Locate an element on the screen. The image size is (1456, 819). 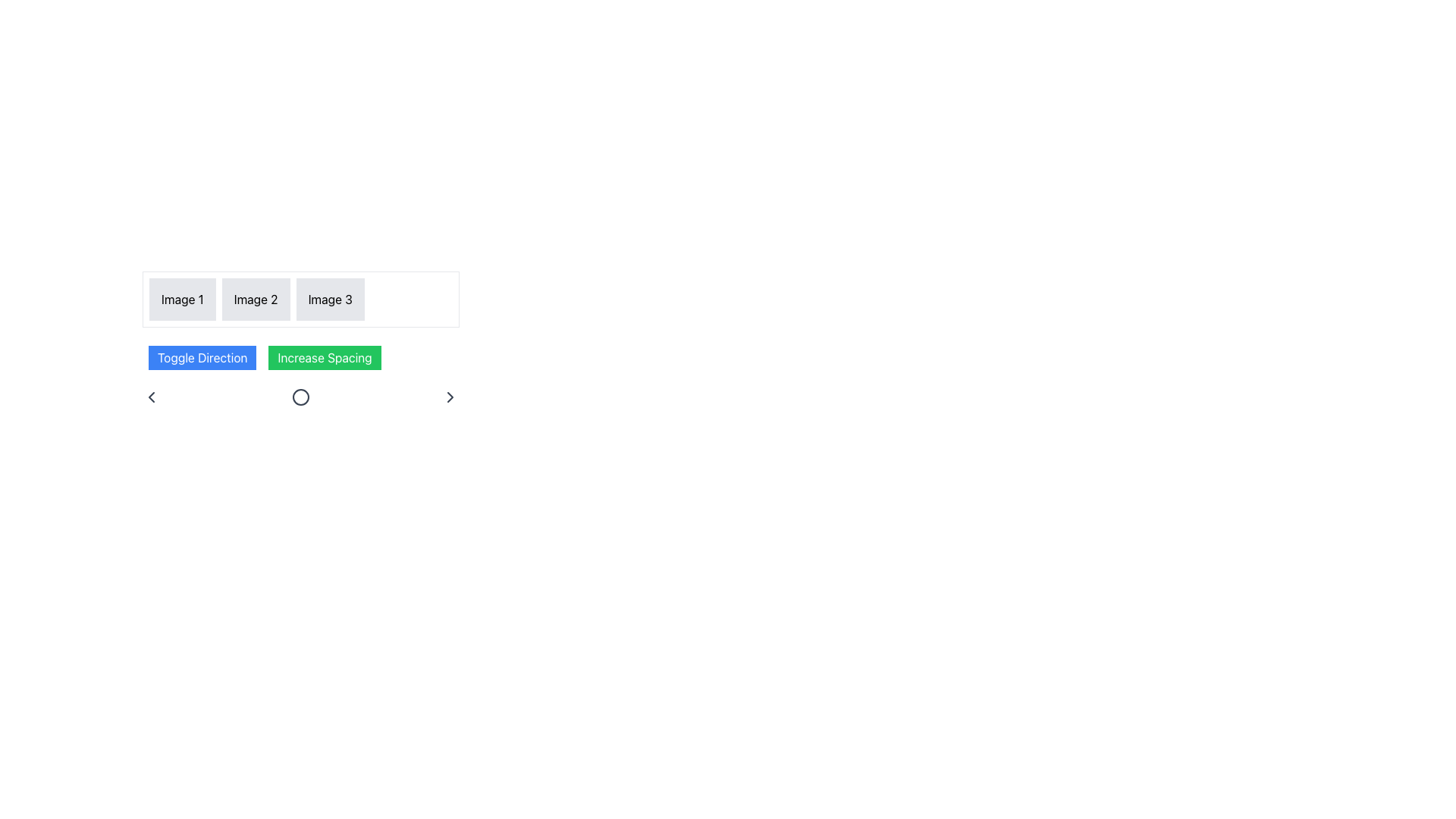
the second button in the horizontal group of buttons, located to the right of the blue 'Toggle Direction' button is located at coordinates (324, 357).